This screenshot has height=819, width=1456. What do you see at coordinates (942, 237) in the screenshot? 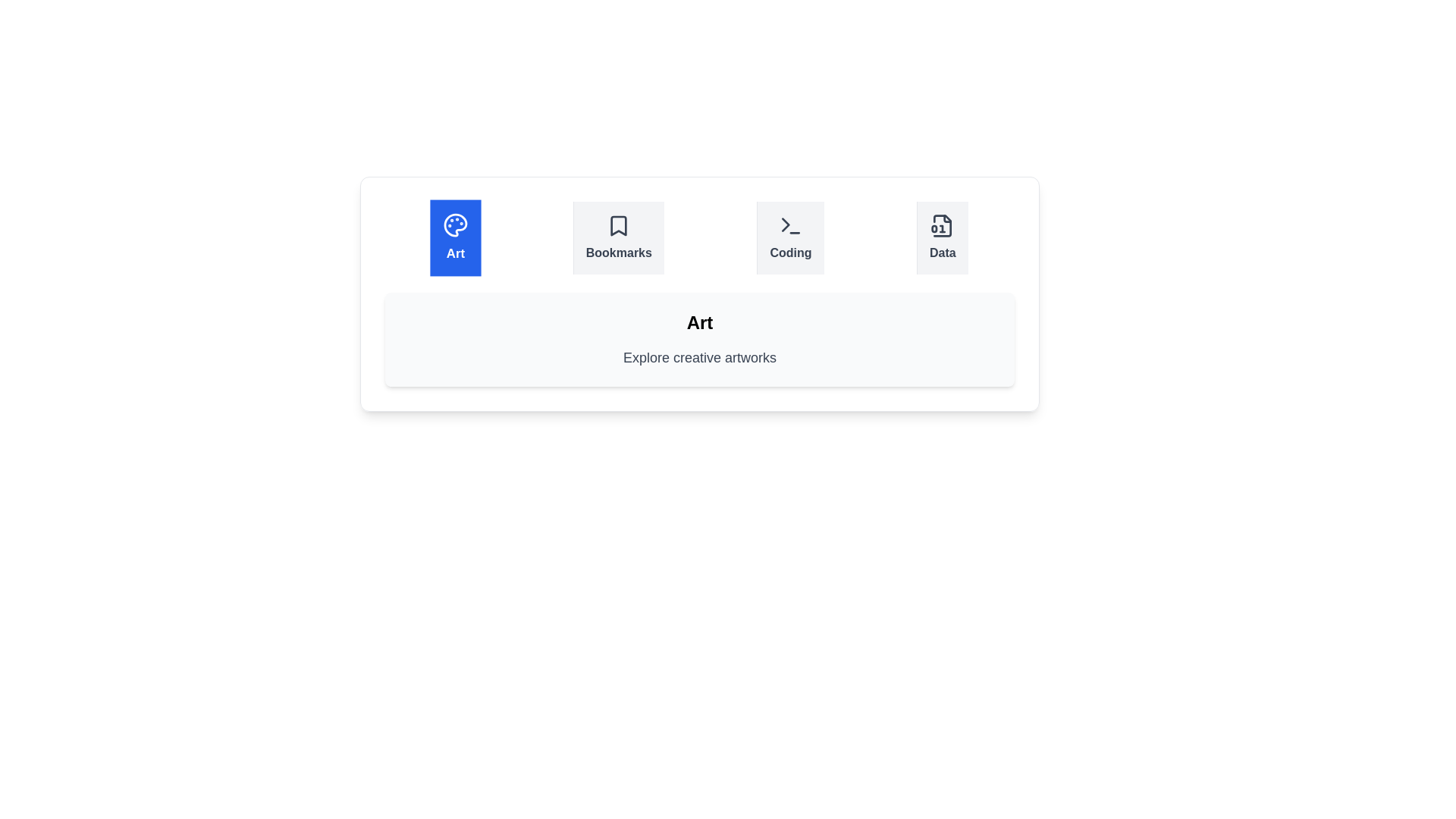
I see `the tab labeled Data` at bounding box center [942, 237].